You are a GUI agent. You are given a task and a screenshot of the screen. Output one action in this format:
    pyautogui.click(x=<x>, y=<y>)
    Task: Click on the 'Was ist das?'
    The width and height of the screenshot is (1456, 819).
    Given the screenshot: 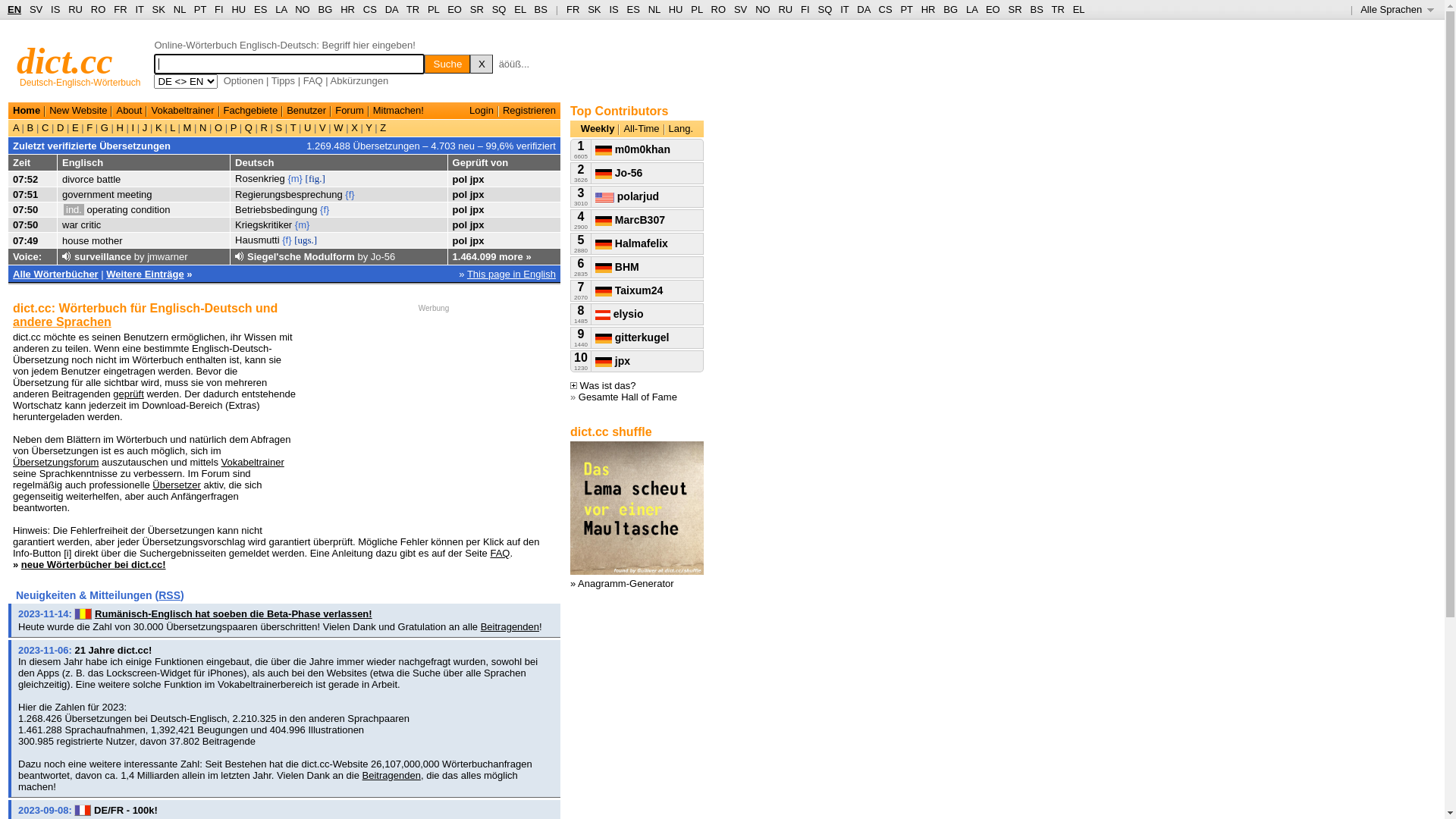 What is the action you would take?
    pyautogui.click(x=602, y=384)
    